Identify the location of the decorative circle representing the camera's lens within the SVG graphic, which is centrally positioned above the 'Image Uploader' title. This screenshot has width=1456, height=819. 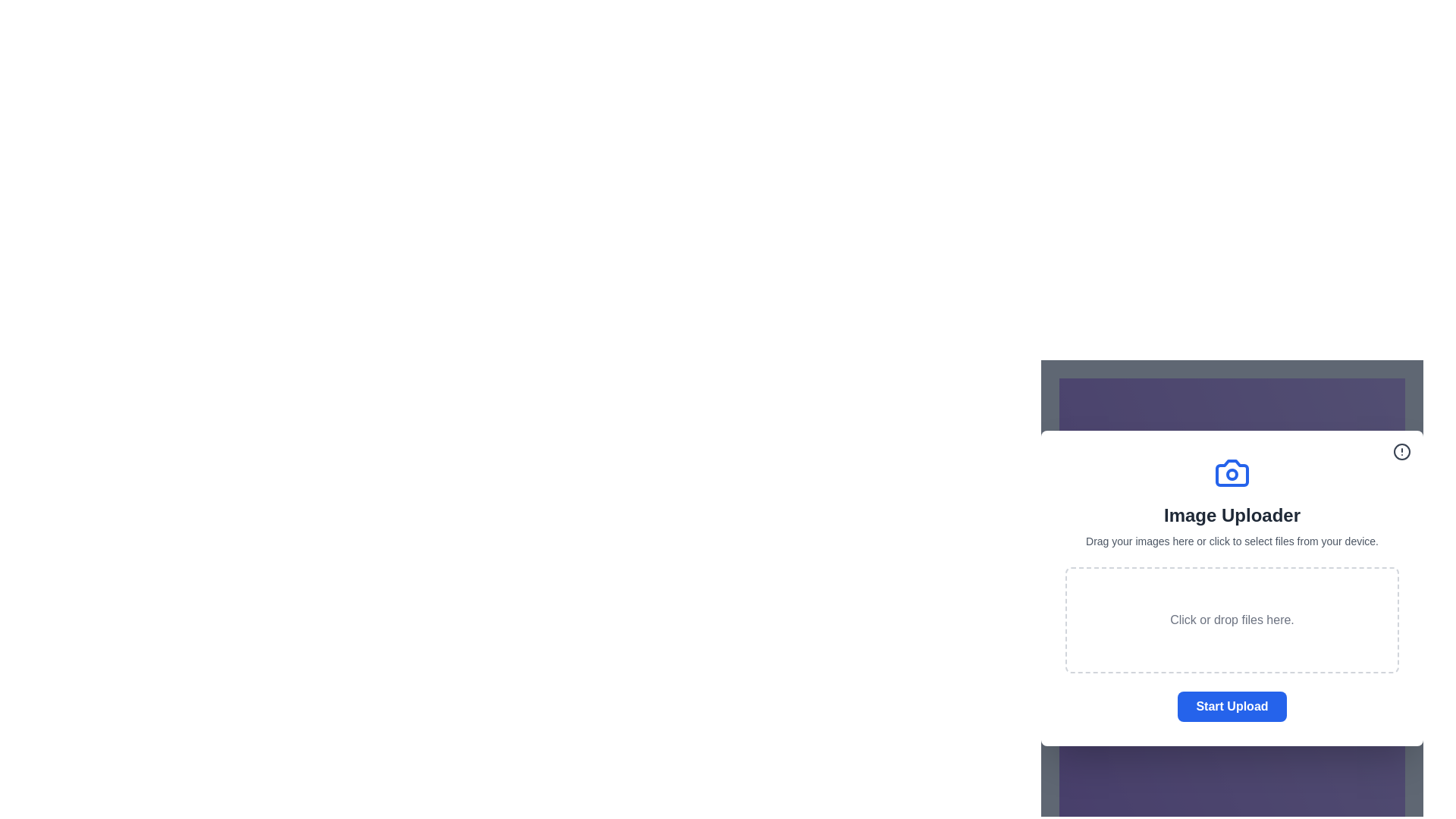
(1232, 473).